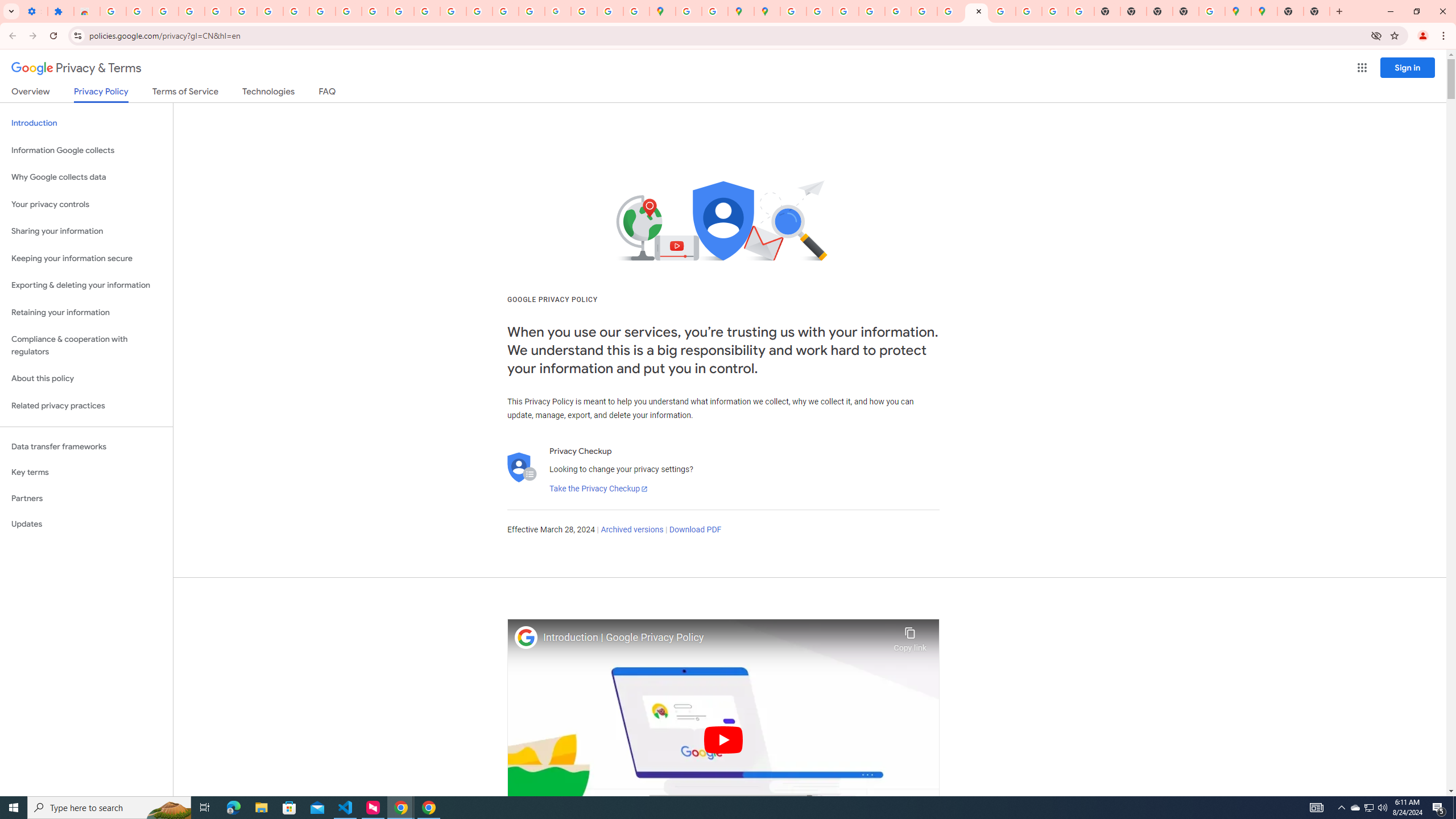 The width and height of the screenshot is (1456, 819). What do you see at coordinates (1317, 11) in the screenshot?
I see `'New Tab'` at bounding box center [1317, 11].